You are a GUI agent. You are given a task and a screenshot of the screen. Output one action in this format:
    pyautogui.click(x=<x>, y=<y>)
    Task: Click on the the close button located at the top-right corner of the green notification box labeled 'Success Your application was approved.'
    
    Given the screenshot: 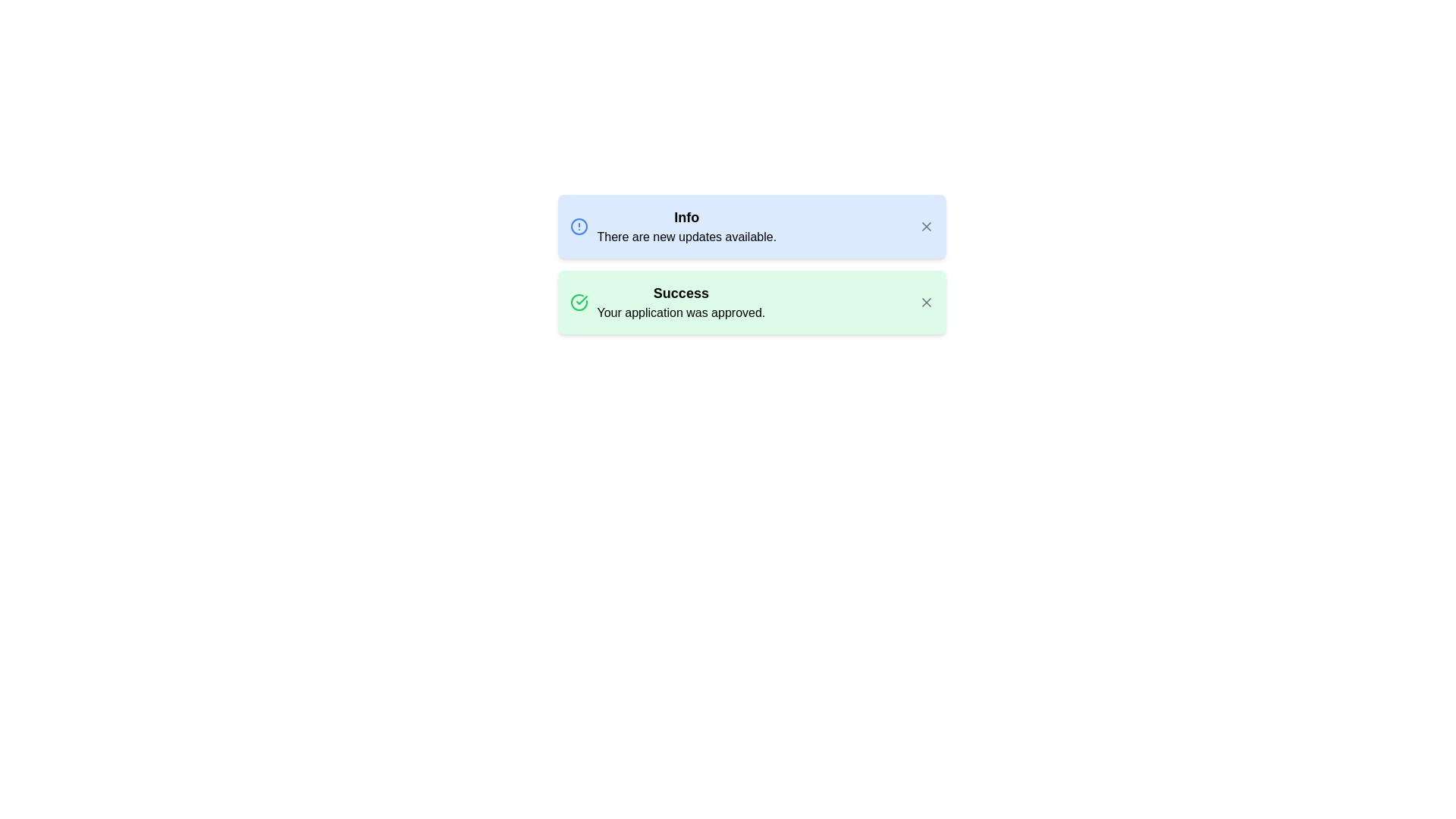 What is the action you would take?
    pyautogui.click(x=925, y=302)
    